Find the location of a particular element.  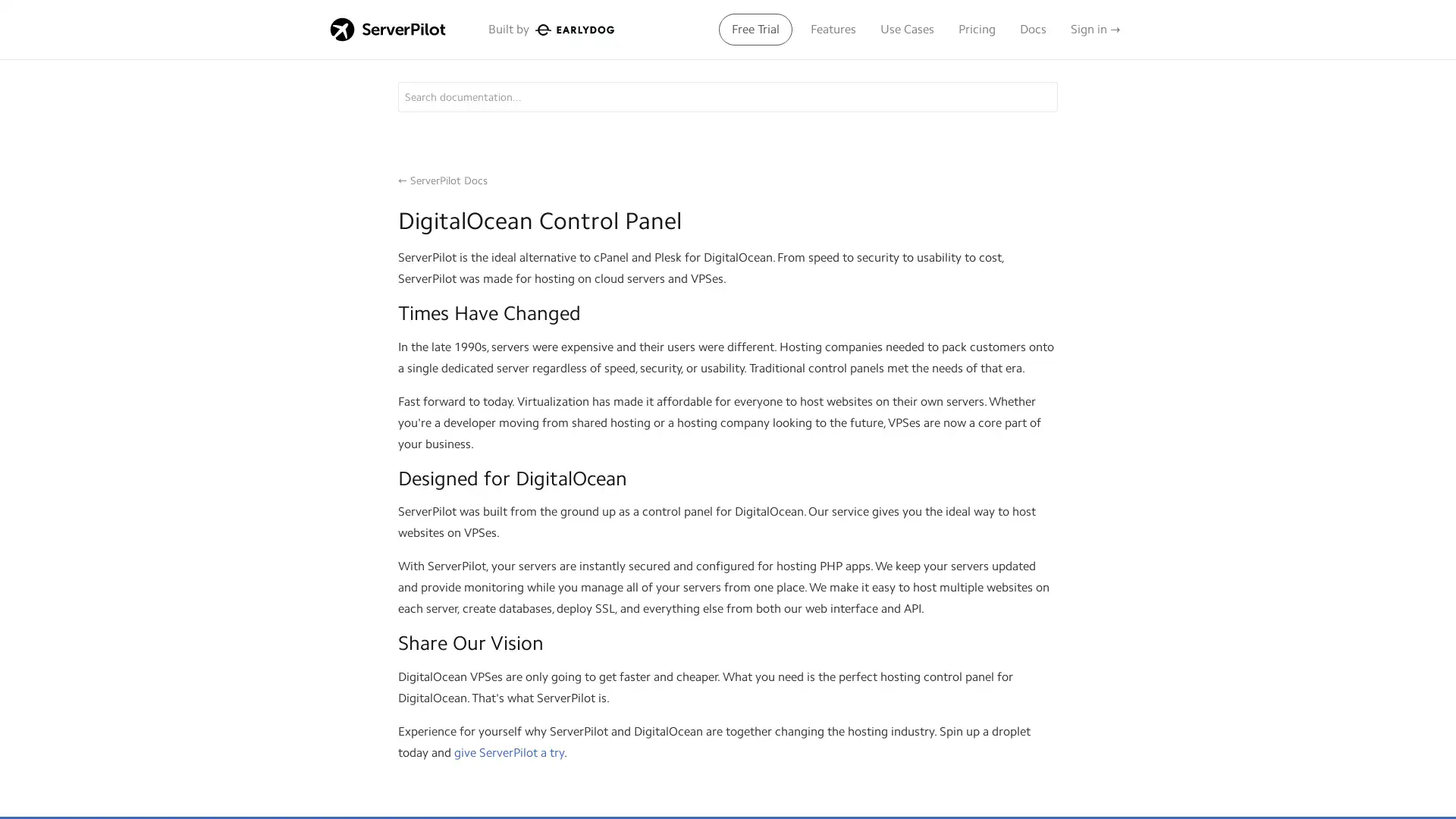

Sign in is located at coordinates (1095, 29).